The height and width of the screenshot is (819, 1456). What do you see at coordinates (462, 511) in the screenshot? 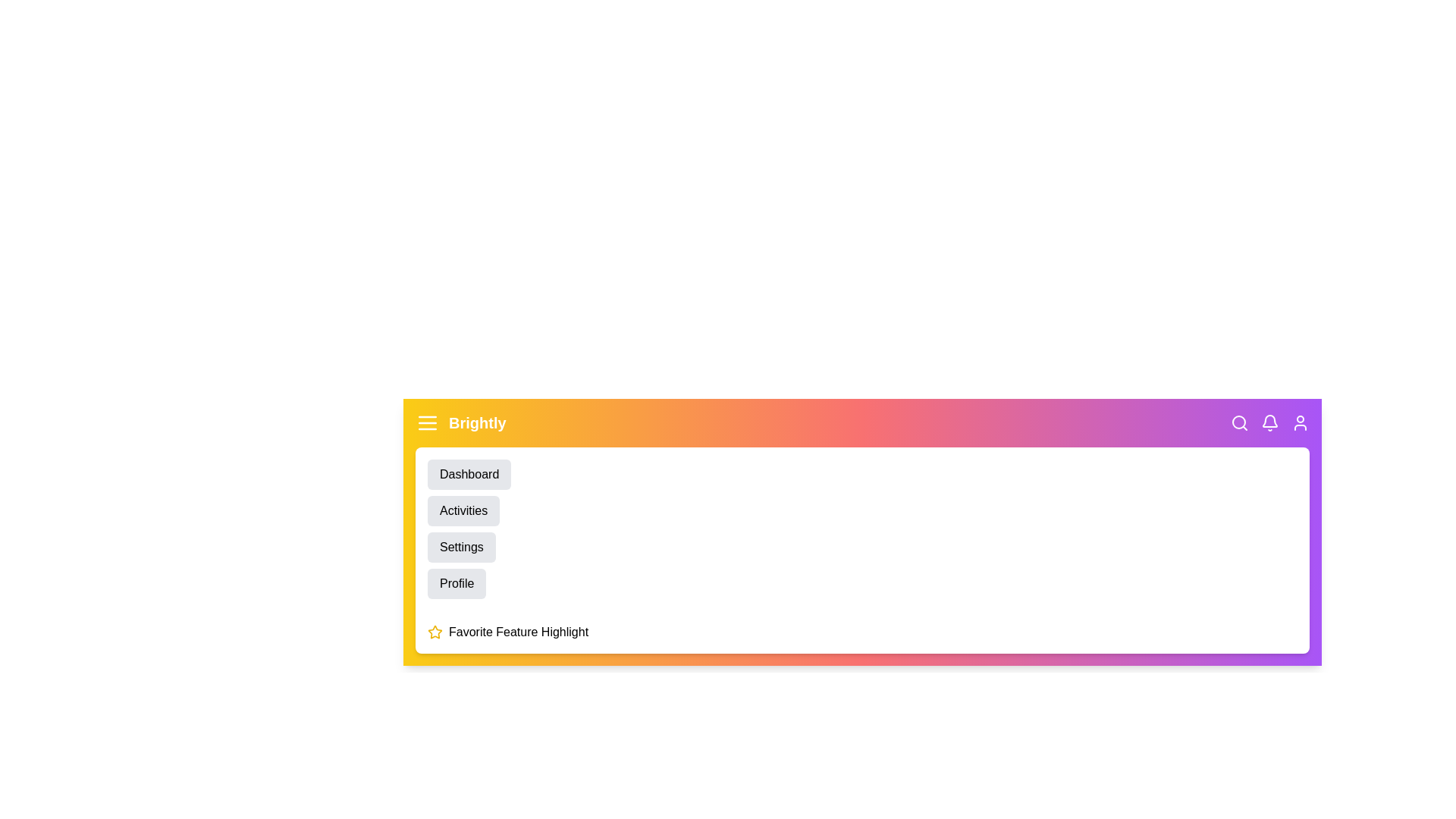
I see `the 'Activities' menu item` at bounding box center [462, 511].